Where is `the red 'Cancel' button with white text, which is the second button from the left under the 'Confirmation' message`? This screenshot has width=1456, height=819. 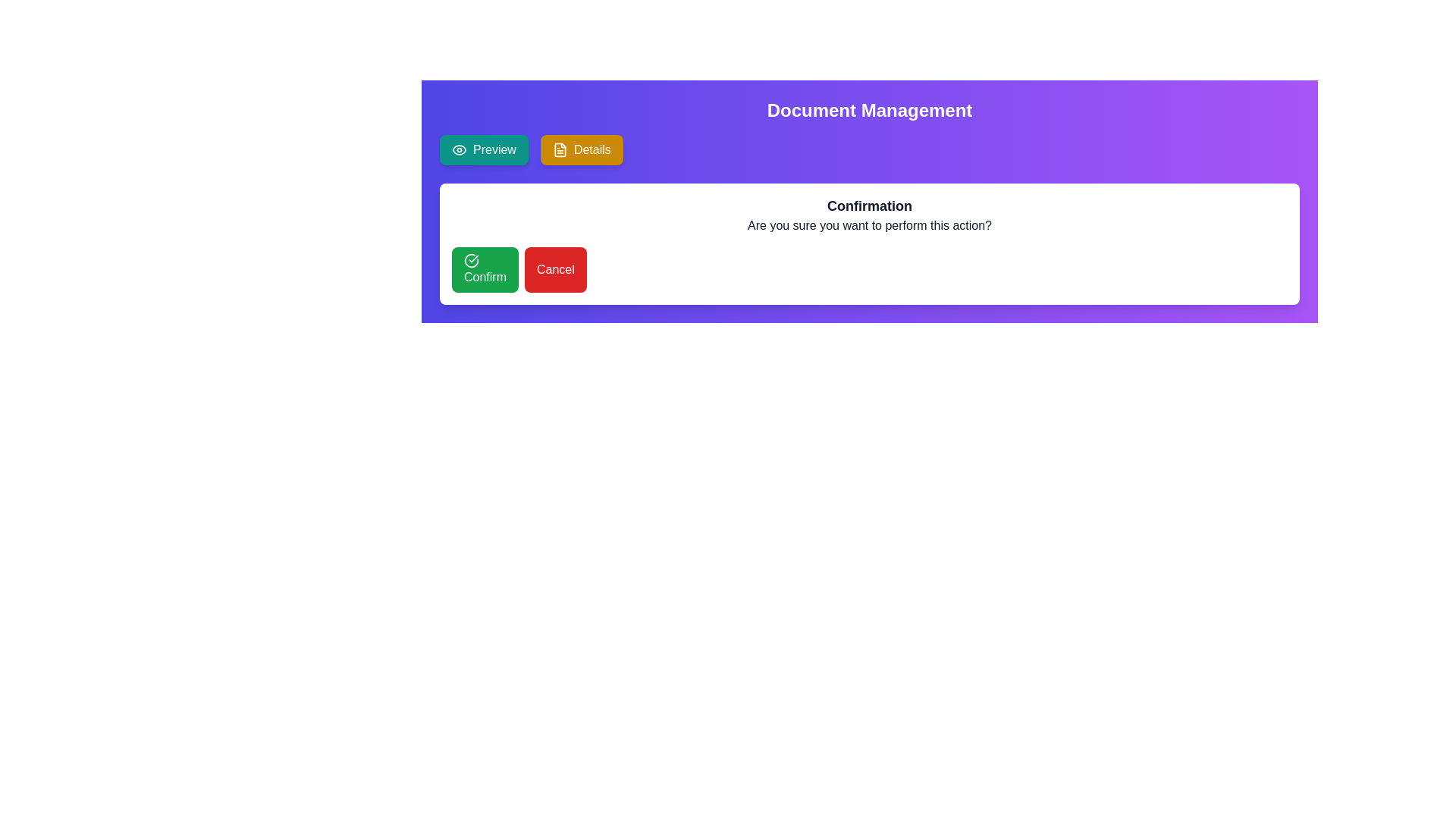 the red 'Cancel' button with white text, which is the second button from the left under the 'Confirmation' message is located at coordinates (554, 268).